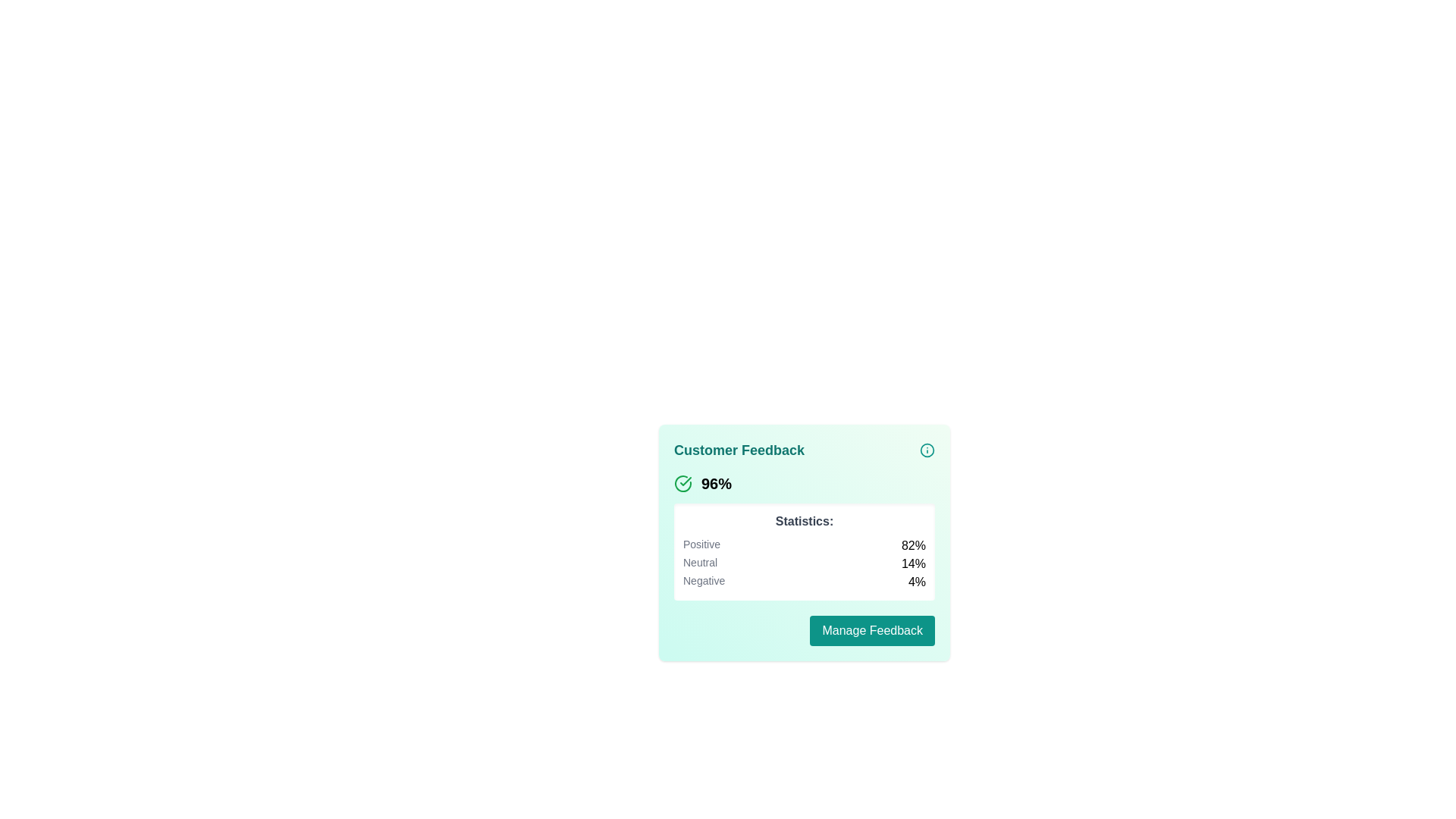  I want to click on the 'Neutral' feedback statistics label, which is positioned vertically between the 'Positive' and 'Negative' entries in the feedback summary card, so click(699, 564).